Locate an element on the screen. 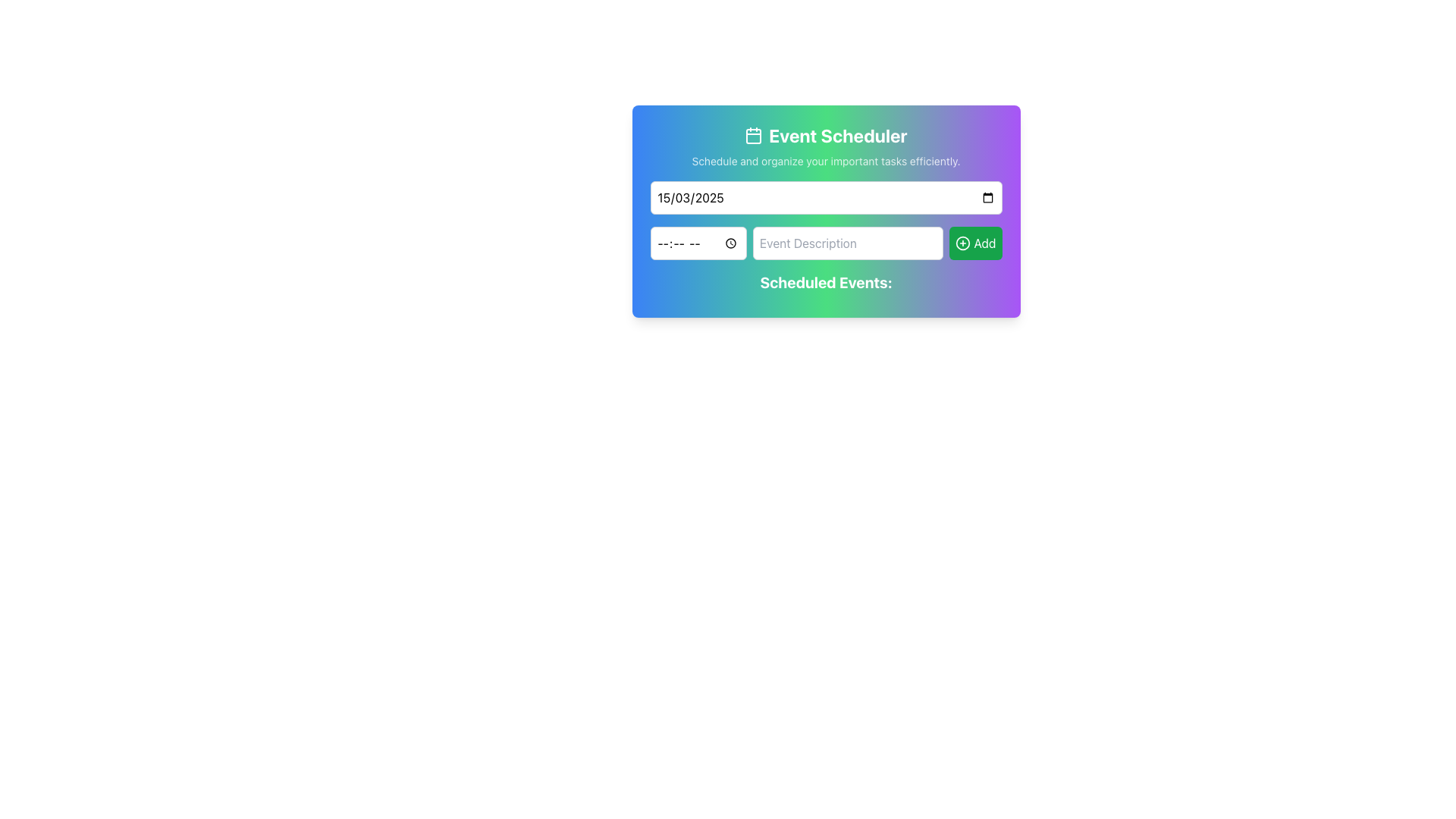 Image resolution: width=1456 pixels, height=819 pixels. the green rectangular button labeled 'Add' with a plus icon is located at coordinates (975, 242).